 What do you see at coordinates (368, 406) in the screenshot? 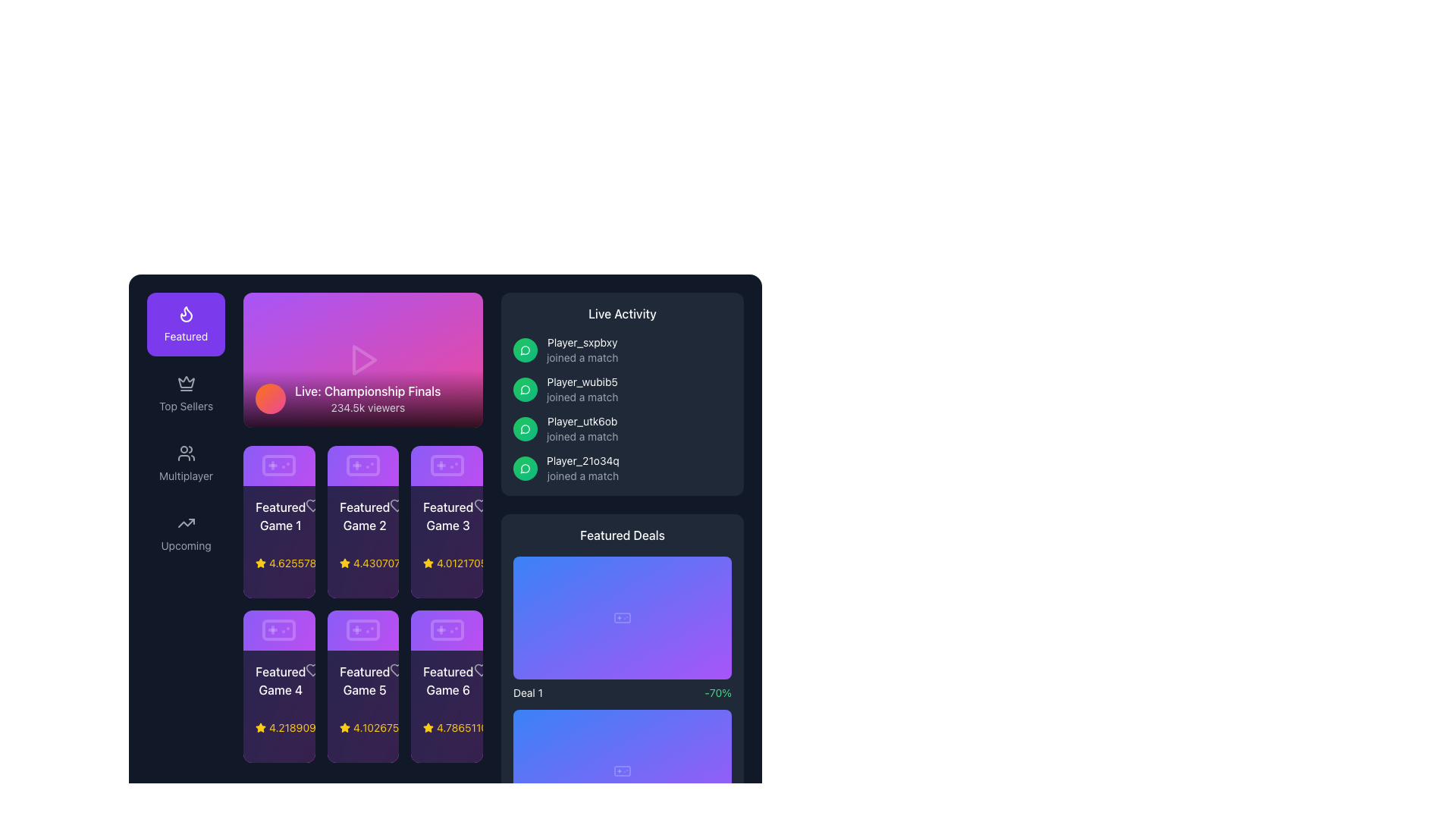
I see `the text label displaying '234.5k viewers', which is styled in gray color and located under the title 'Live: Championship Finals' within the live event display module` at bounding box center [368, 406].